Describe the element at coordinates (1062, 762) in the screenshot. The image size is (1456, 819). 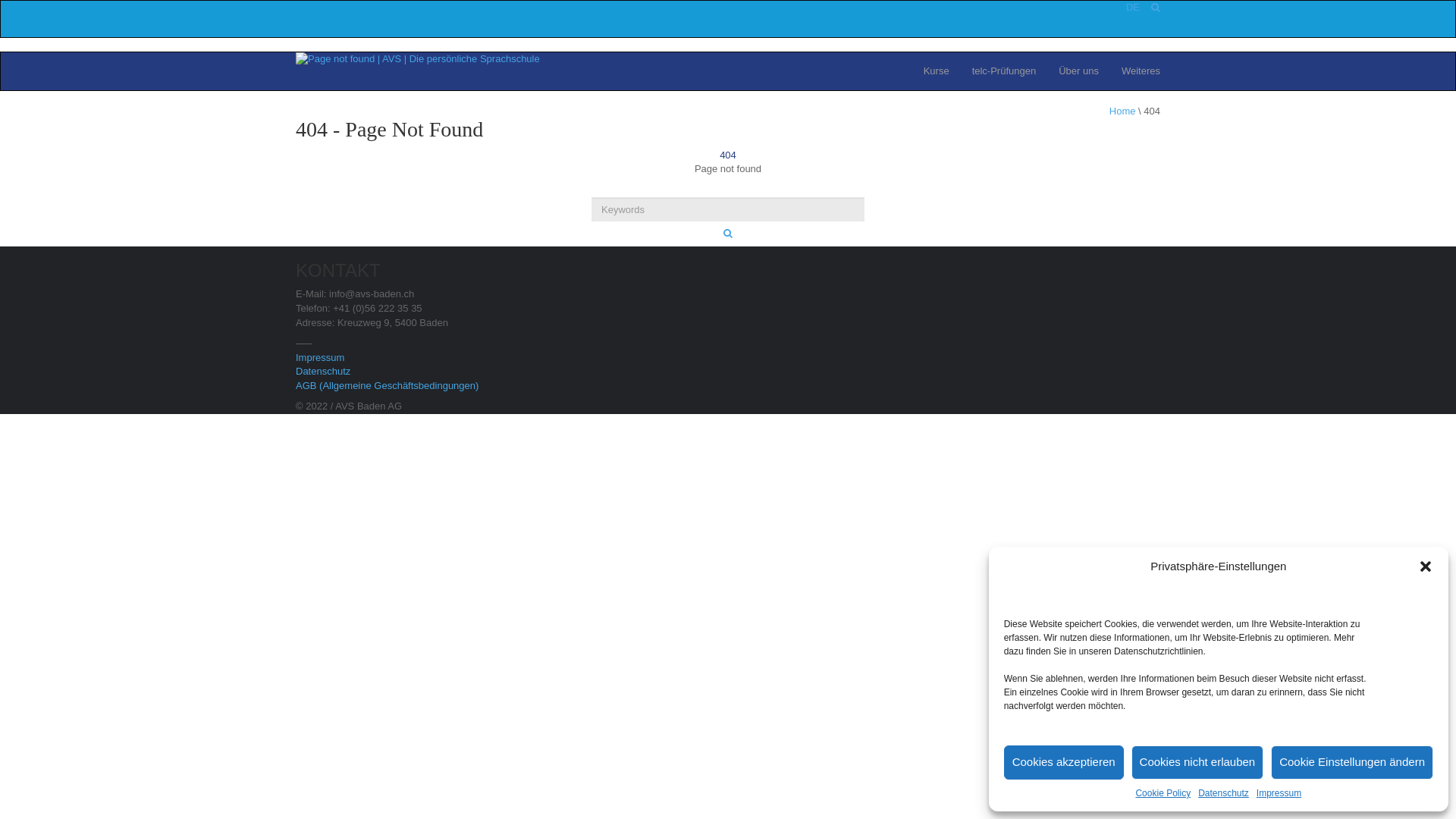
I see `'Cookies akzeptieren'` at that location.